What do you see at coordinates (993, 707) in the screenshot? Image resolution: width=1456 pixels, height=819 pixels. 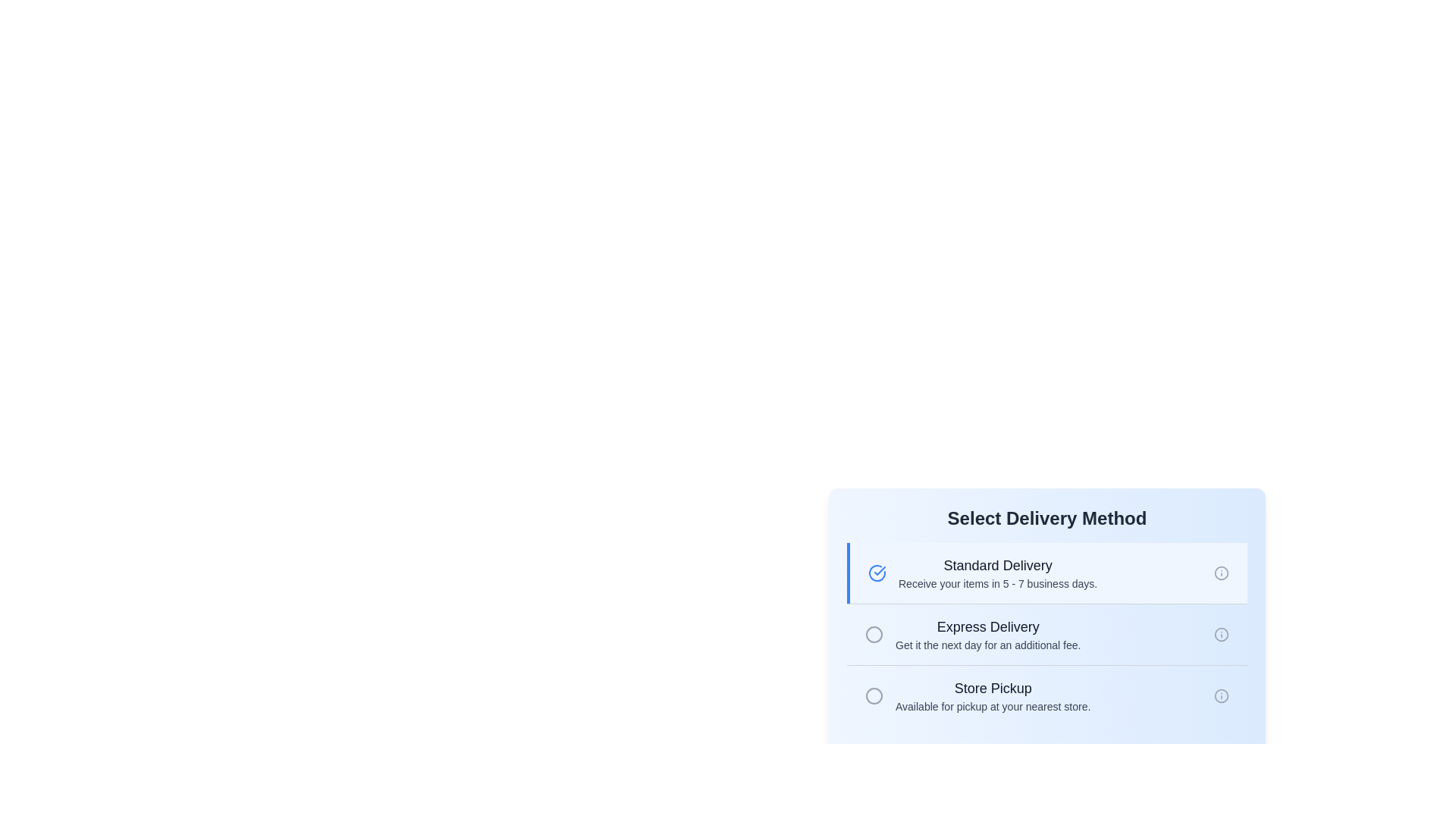 I see `the text label providing additional information about the 'Store Pickup' option, located directly below the bolded 'Store Pickup' text` at bounding box center [993, 707].